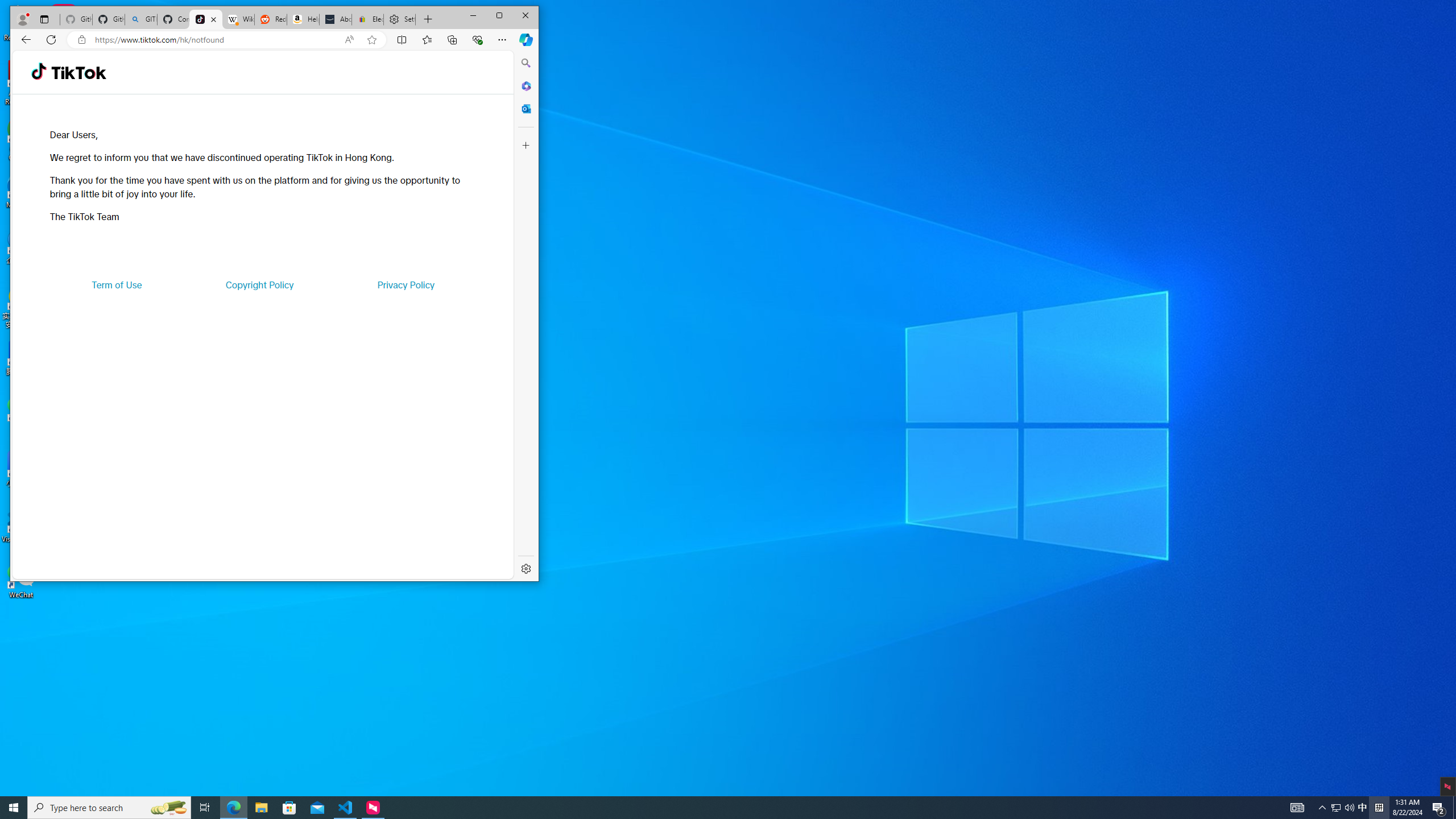  What do you see at coordinates (117, 285) in the screenshot?
I see `'Term of Use'` at bounding box center [117, 285].